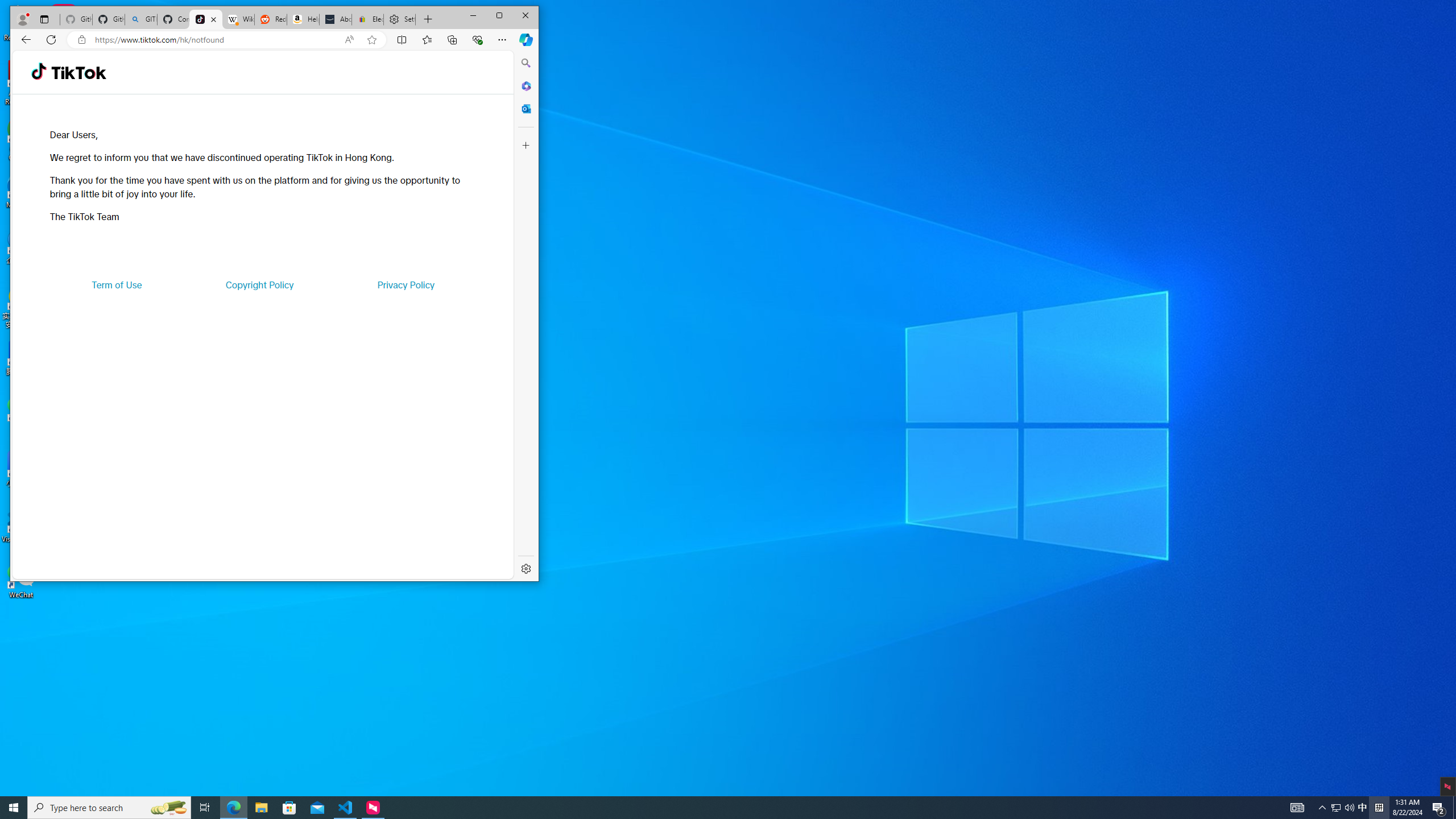  What do you see at coordinates (117, 285) in the screenshot?
I see `'Term of Use'` at bounding box center [117, 285].